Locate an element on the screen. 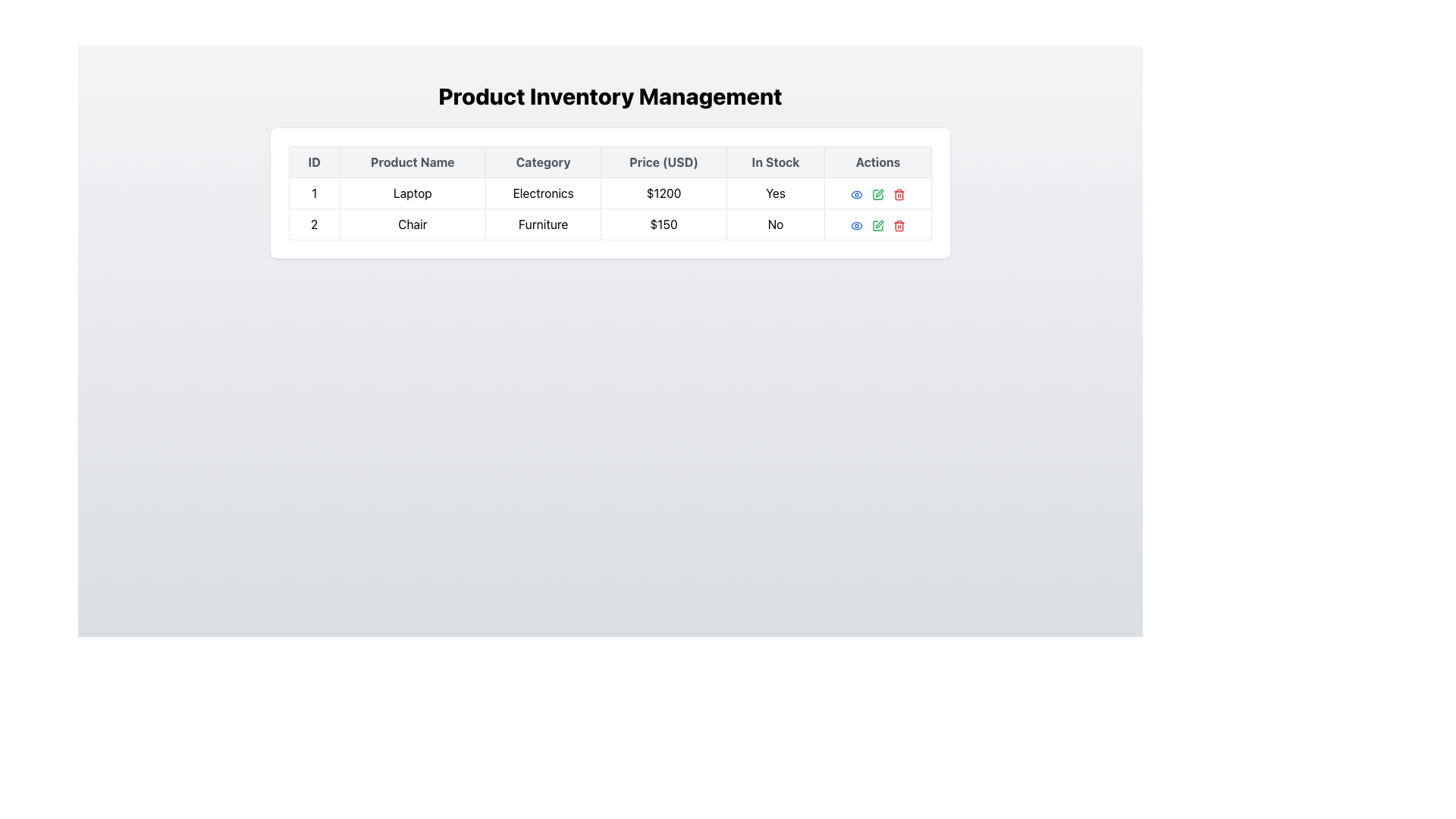  the edit action icon in the second row of the 'Actions' column in the table is located at coordinates (877, 193).